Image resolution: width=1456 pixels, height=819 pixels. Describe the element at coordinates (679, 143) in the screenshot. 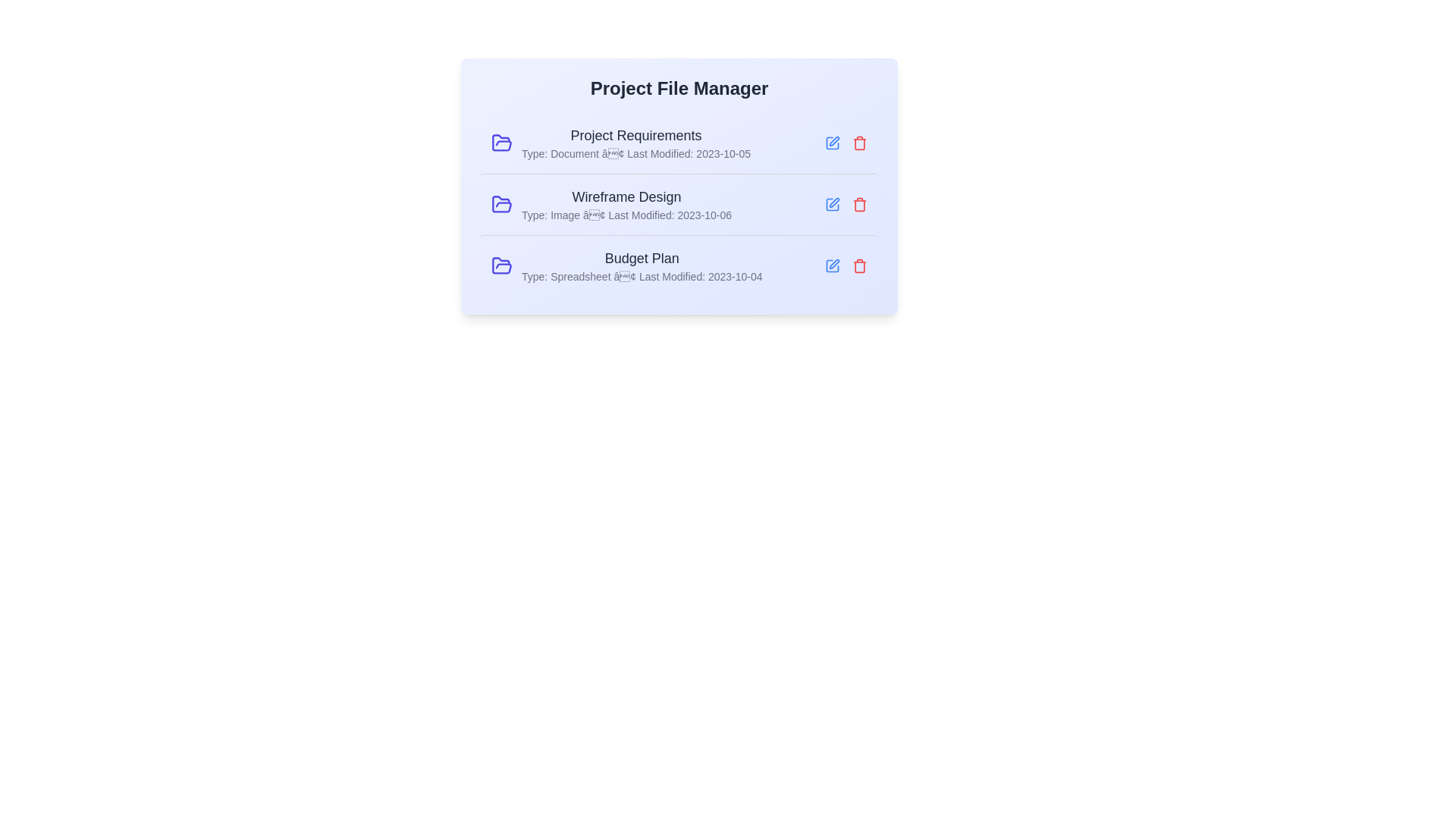

I see `the file named Project Requirements to view its details` at that location.